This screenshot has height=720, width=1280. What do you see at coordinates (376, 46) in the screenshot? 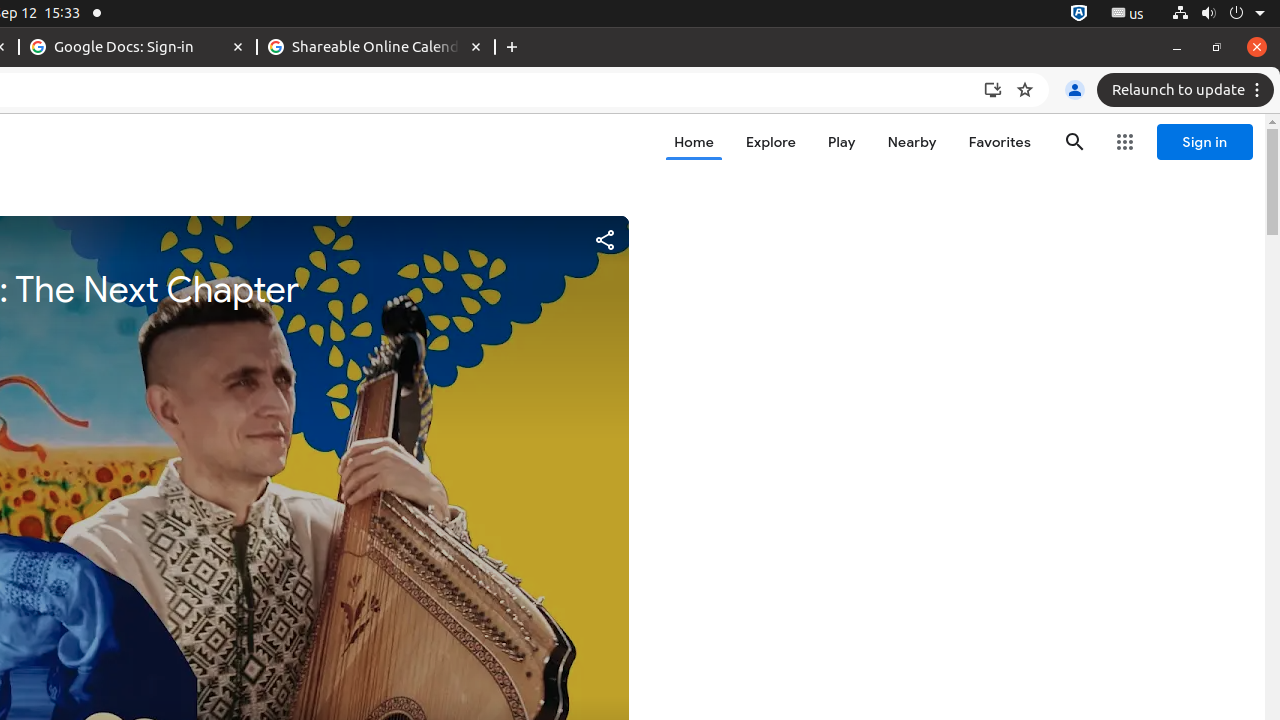
I see `'Shareable Online Calendar and Scheduling - Google Calendar - Memory usage - 88.5 MB'` at bounding box center [376, 46].